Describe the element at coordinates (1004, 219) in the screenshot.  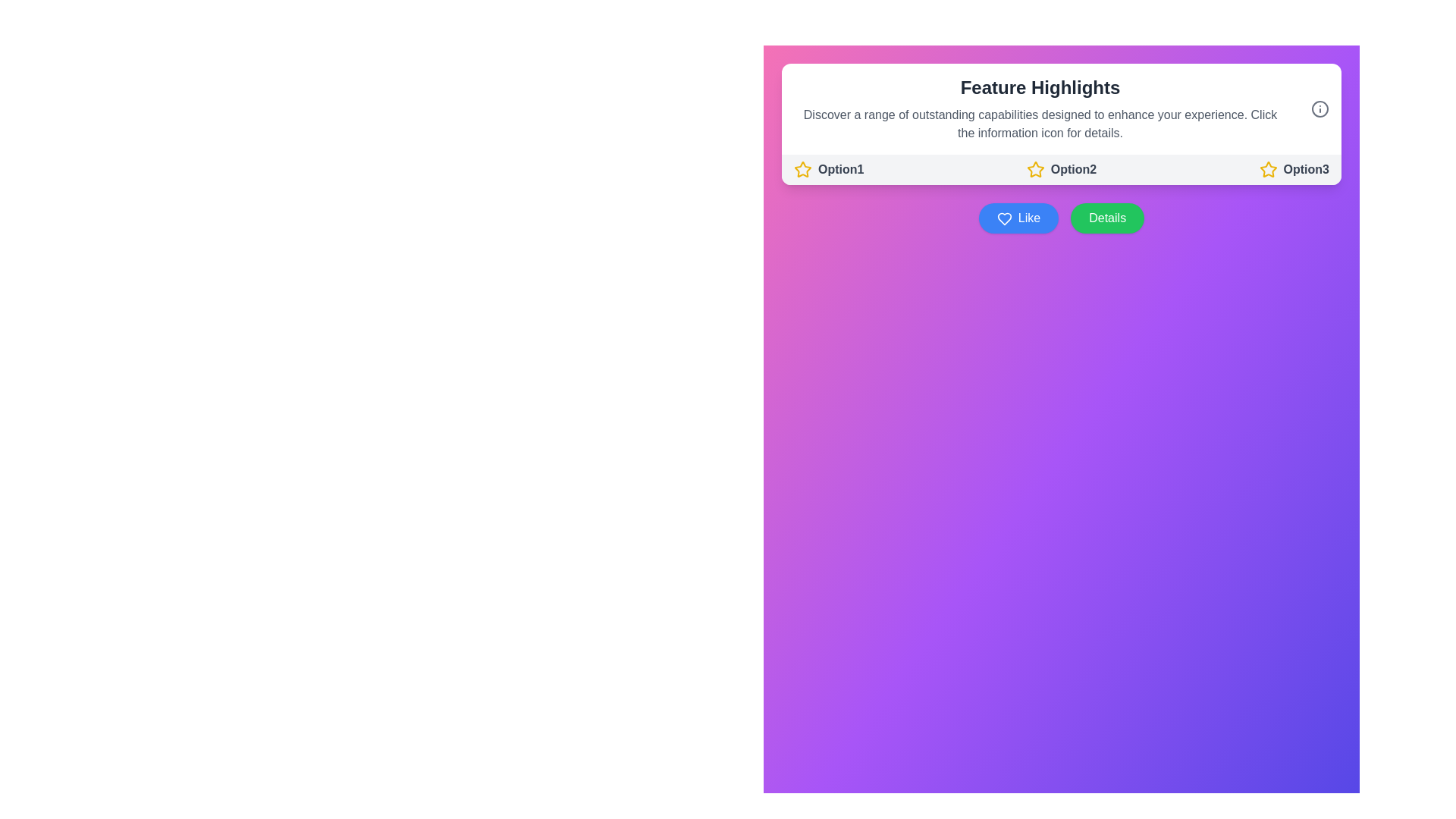
I see `the heart-shaped icon that is filled with color and styled with rounded edges, which is centered within the blue circular button labeled 'Like'` at that location.